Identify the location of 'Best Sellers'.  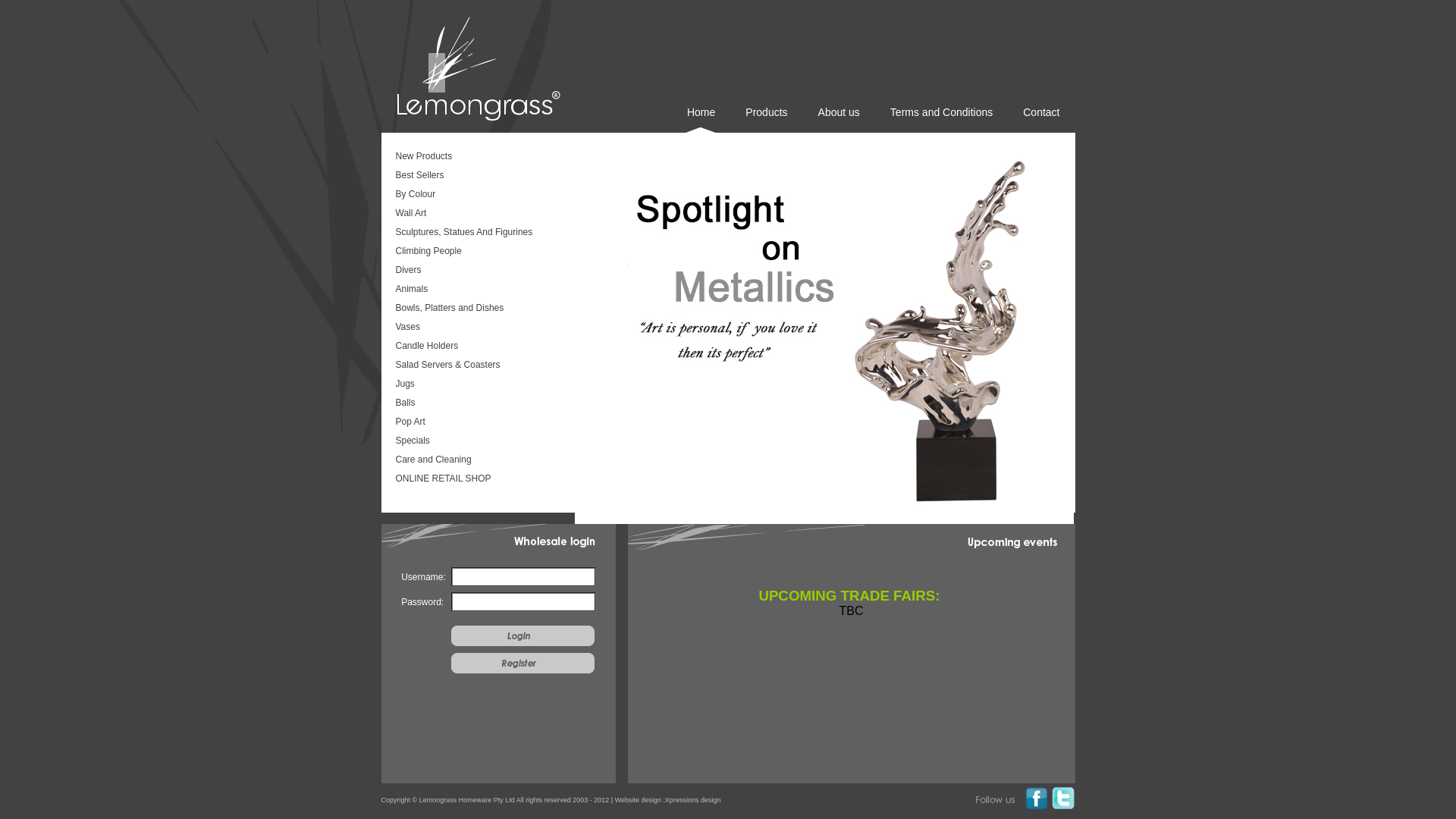
(475, 175).